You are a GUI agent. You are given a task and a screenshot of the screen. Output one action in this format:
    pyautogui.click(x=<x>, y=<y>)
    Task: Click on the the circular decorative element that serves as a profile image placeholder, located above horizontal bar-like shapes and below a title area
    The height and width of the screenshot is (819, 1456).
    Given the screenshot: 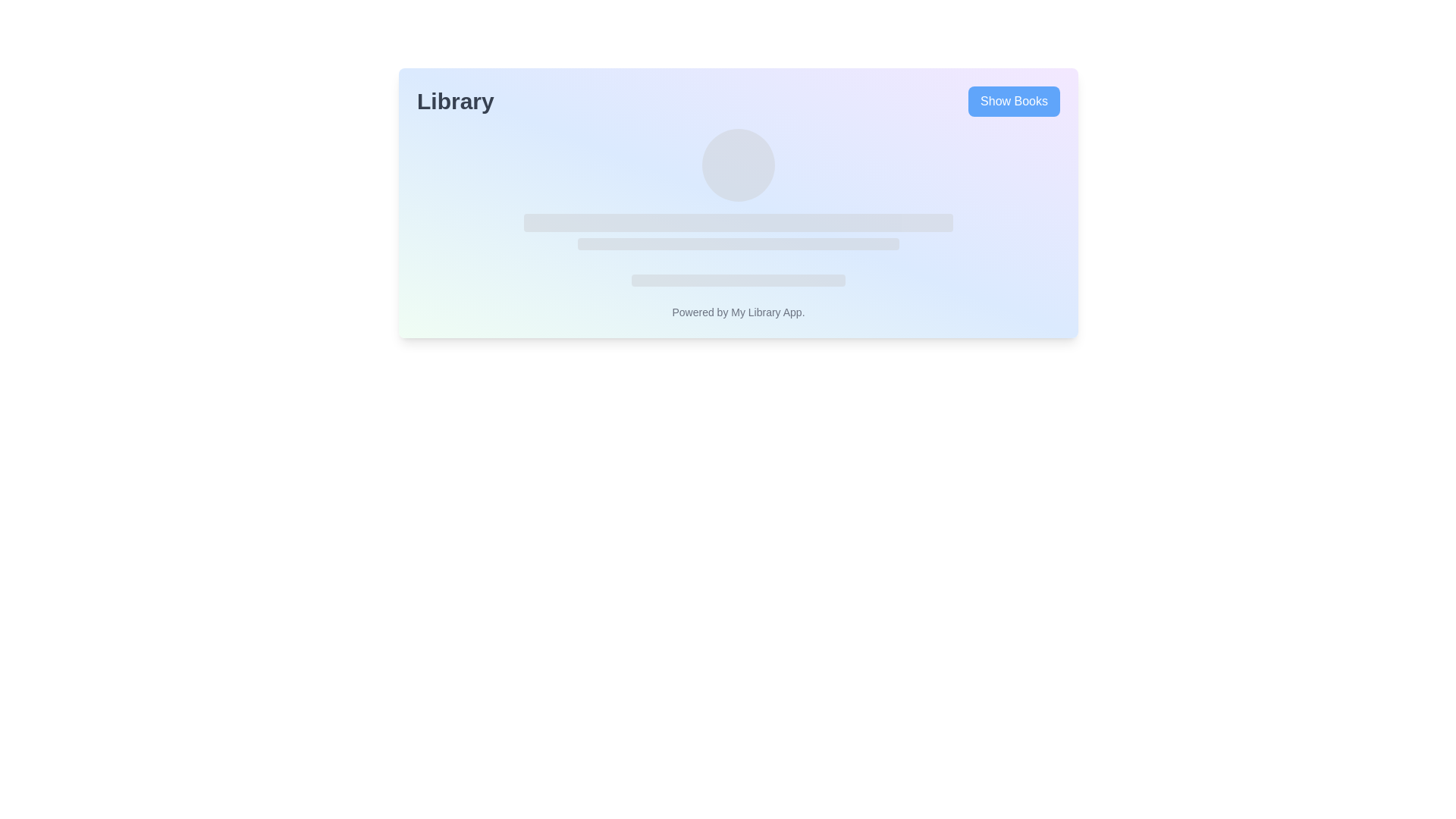 What is the action you would take?
    pyautogui.click(x=739, y=165)
    